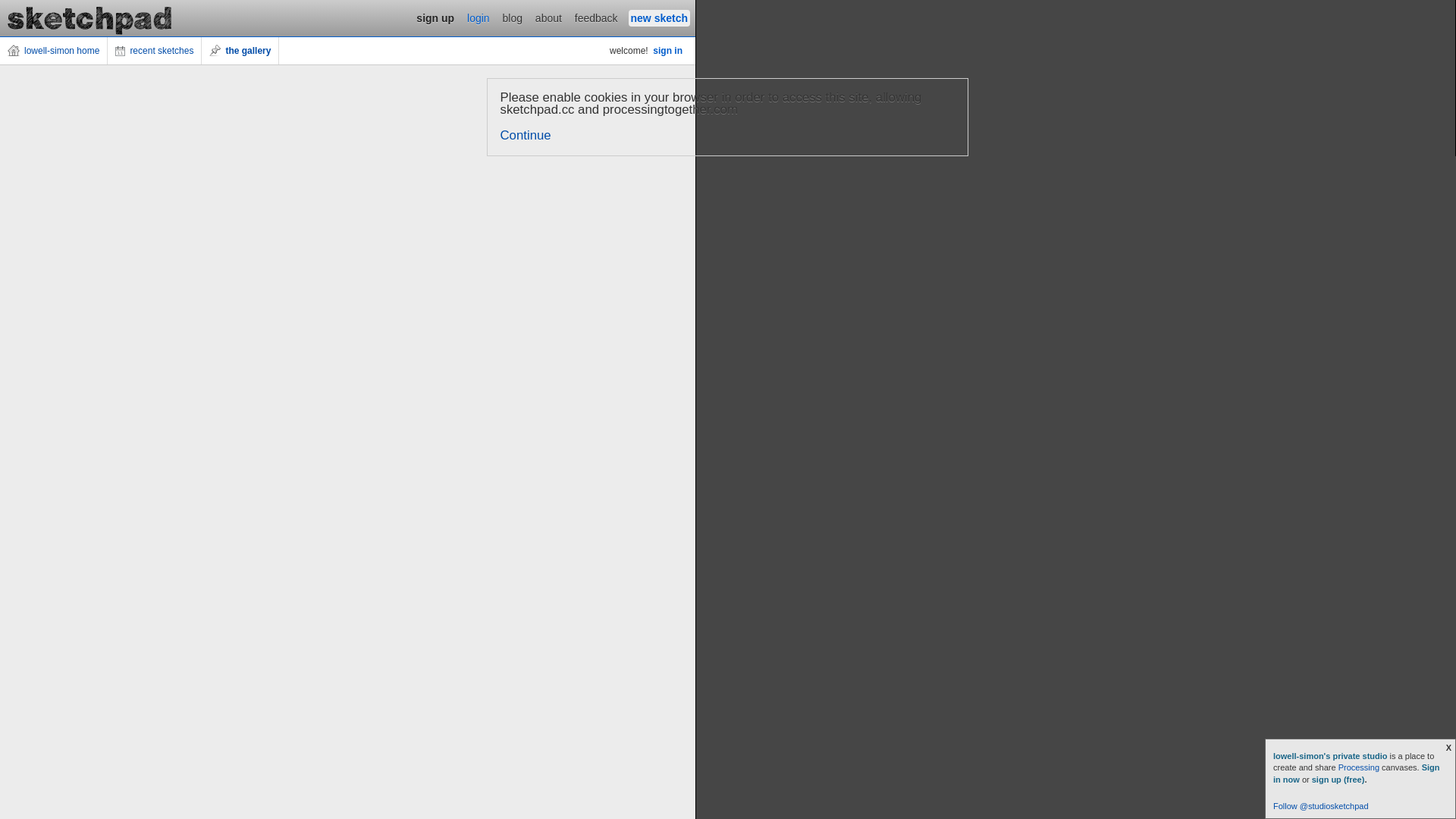 The height and width of the screenshot is (819, 1456). I want to click on 'feedback', so click(595, 17).